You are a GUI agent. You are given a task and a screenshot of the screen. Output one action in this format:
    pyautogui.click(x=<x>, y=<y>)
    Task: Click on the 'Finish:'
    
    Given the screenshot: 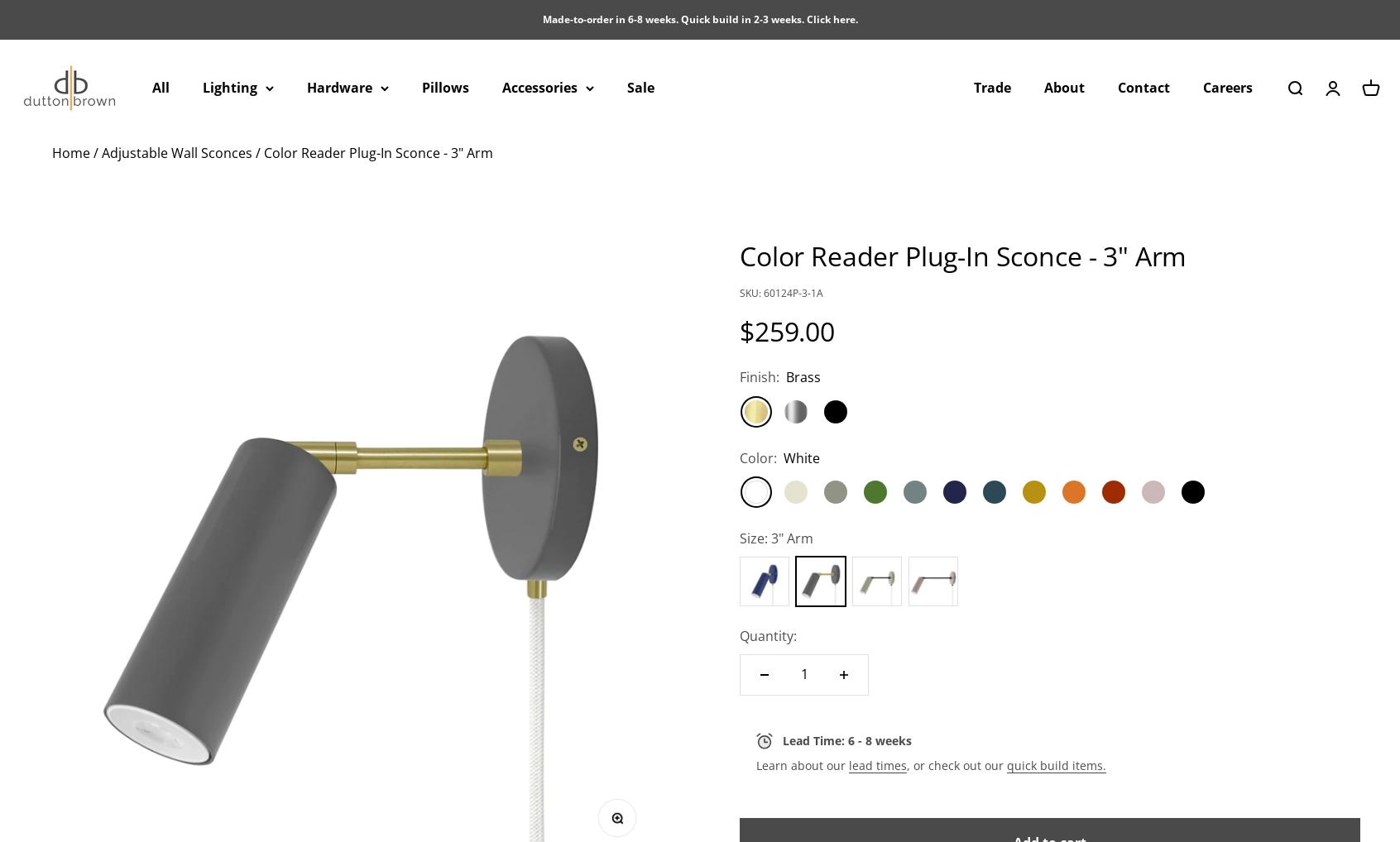 What is the action you would take?
    pyautogui.click(x=739, y=376)
    